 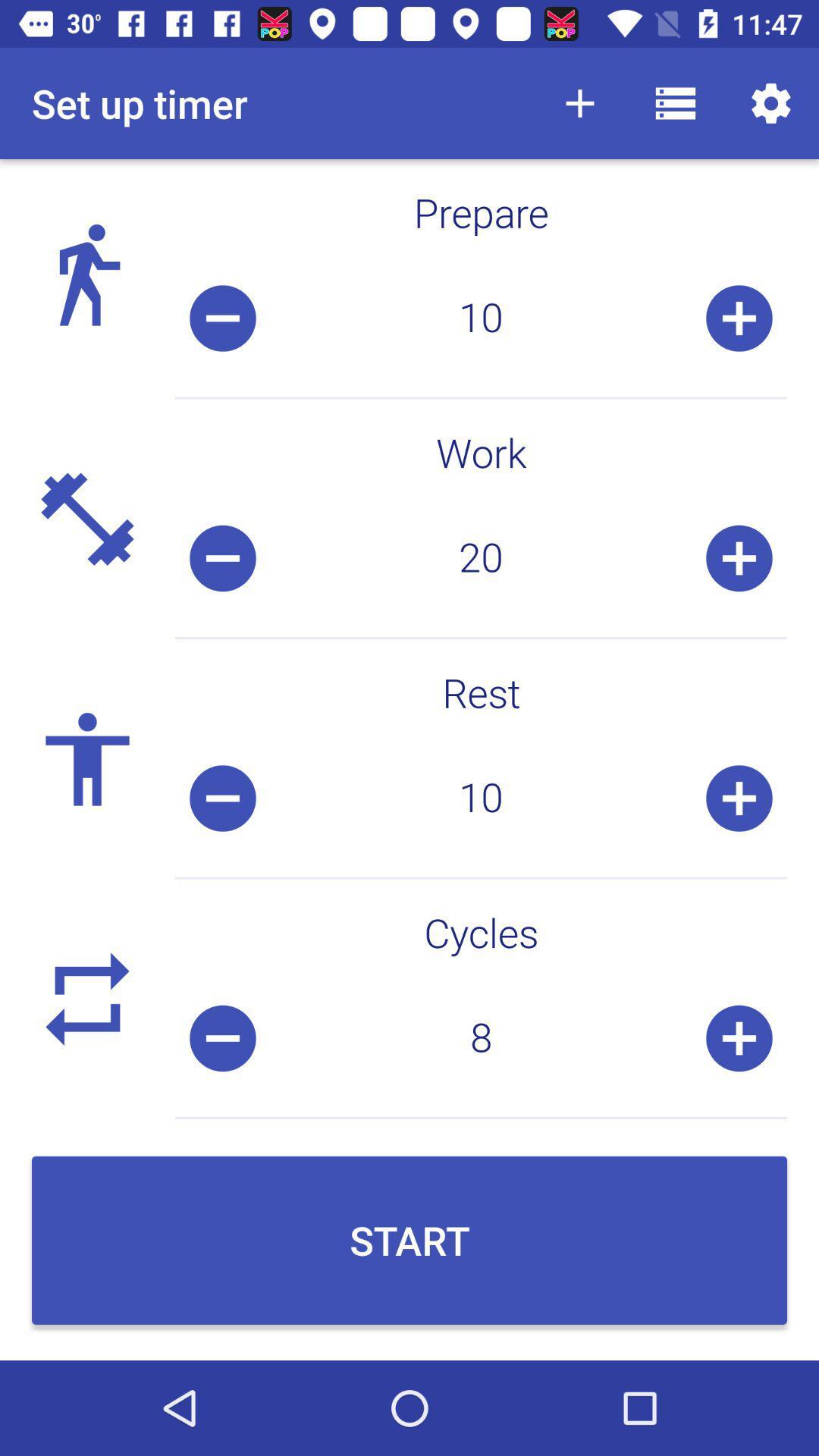 I want to click on the add icon, so click(x=739, y=1037).